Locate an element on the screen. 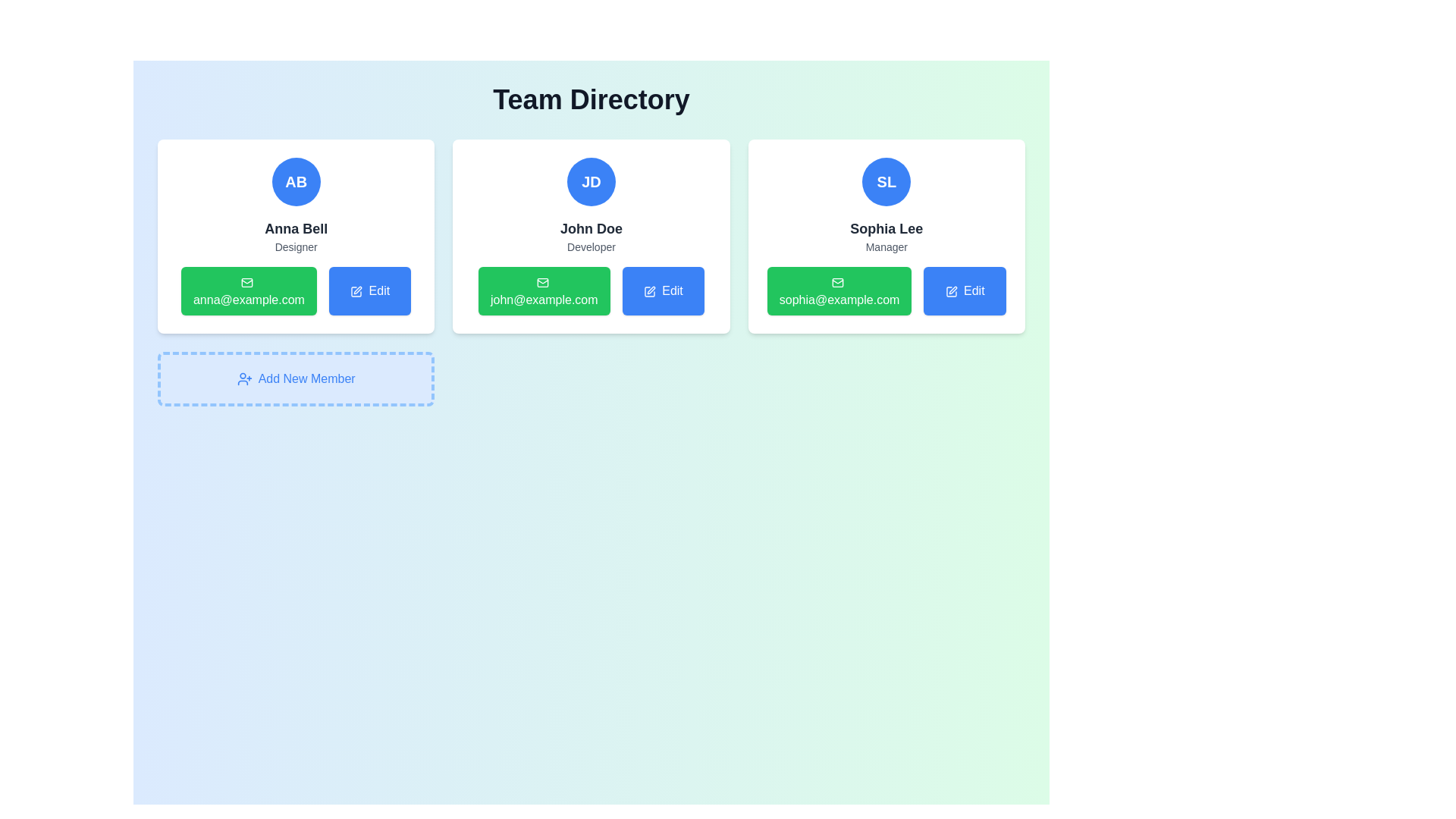 This screenshot has width=1456, height=819. the edit button located within the profile card for user 'Anna Bell', positioned to the right of the green button labeled 'anna@example.com' is located at coordinates (370, 291).